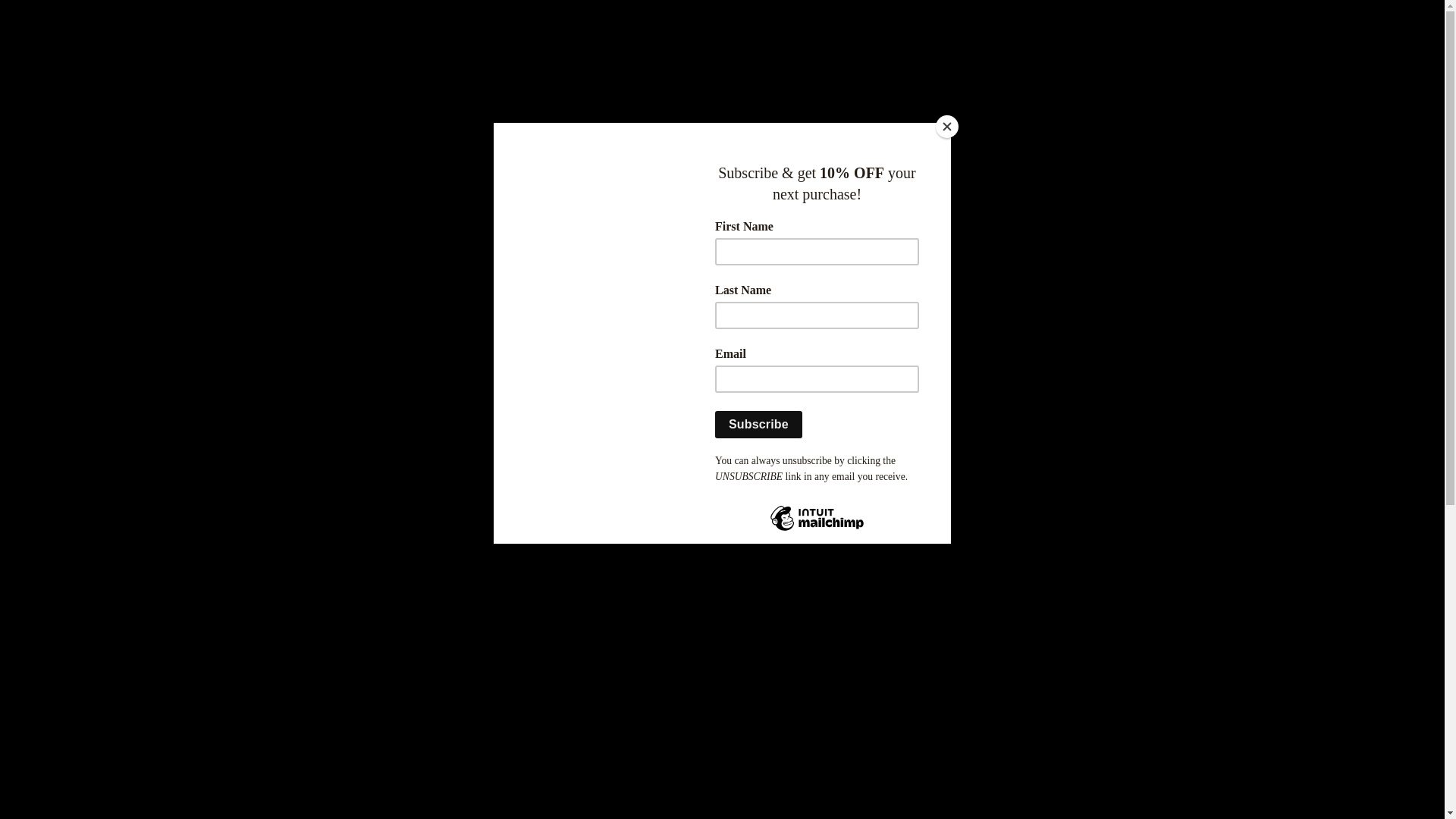  I want to click on '(0)', so click(1053, 70).